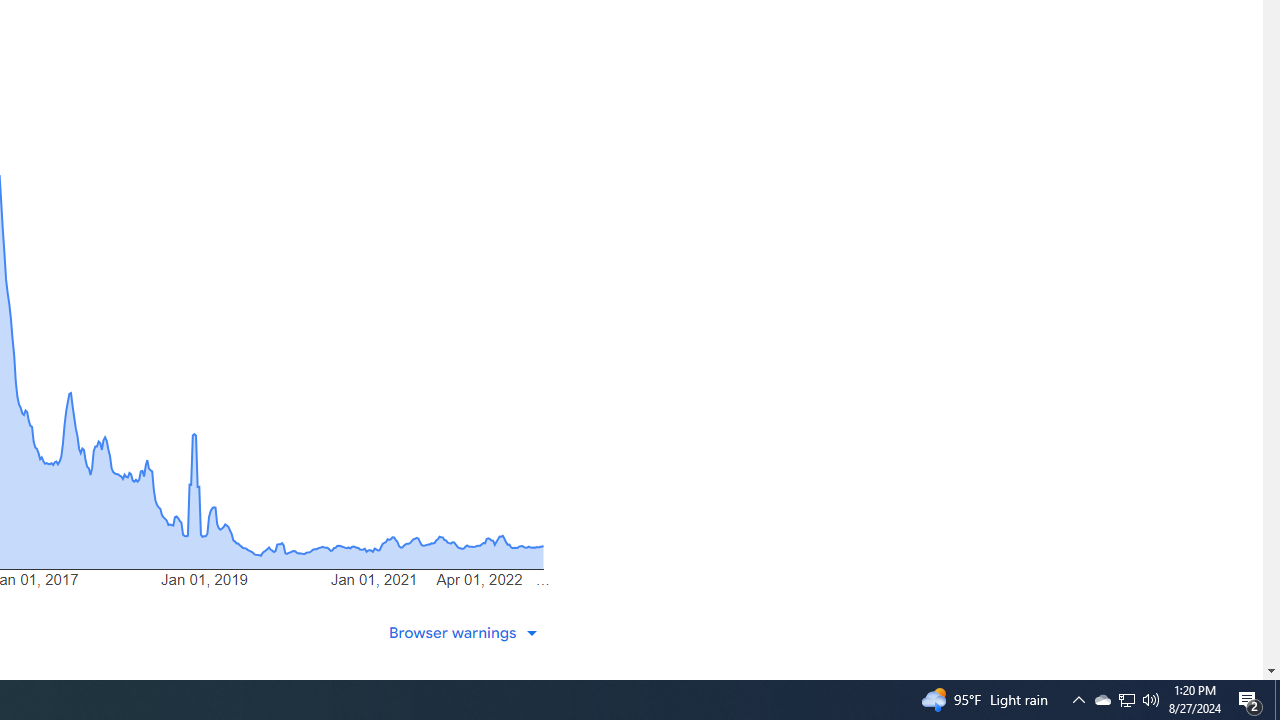 The image size is (1280, 720). I want to click on 'Browser warnings', so click(466, 632).